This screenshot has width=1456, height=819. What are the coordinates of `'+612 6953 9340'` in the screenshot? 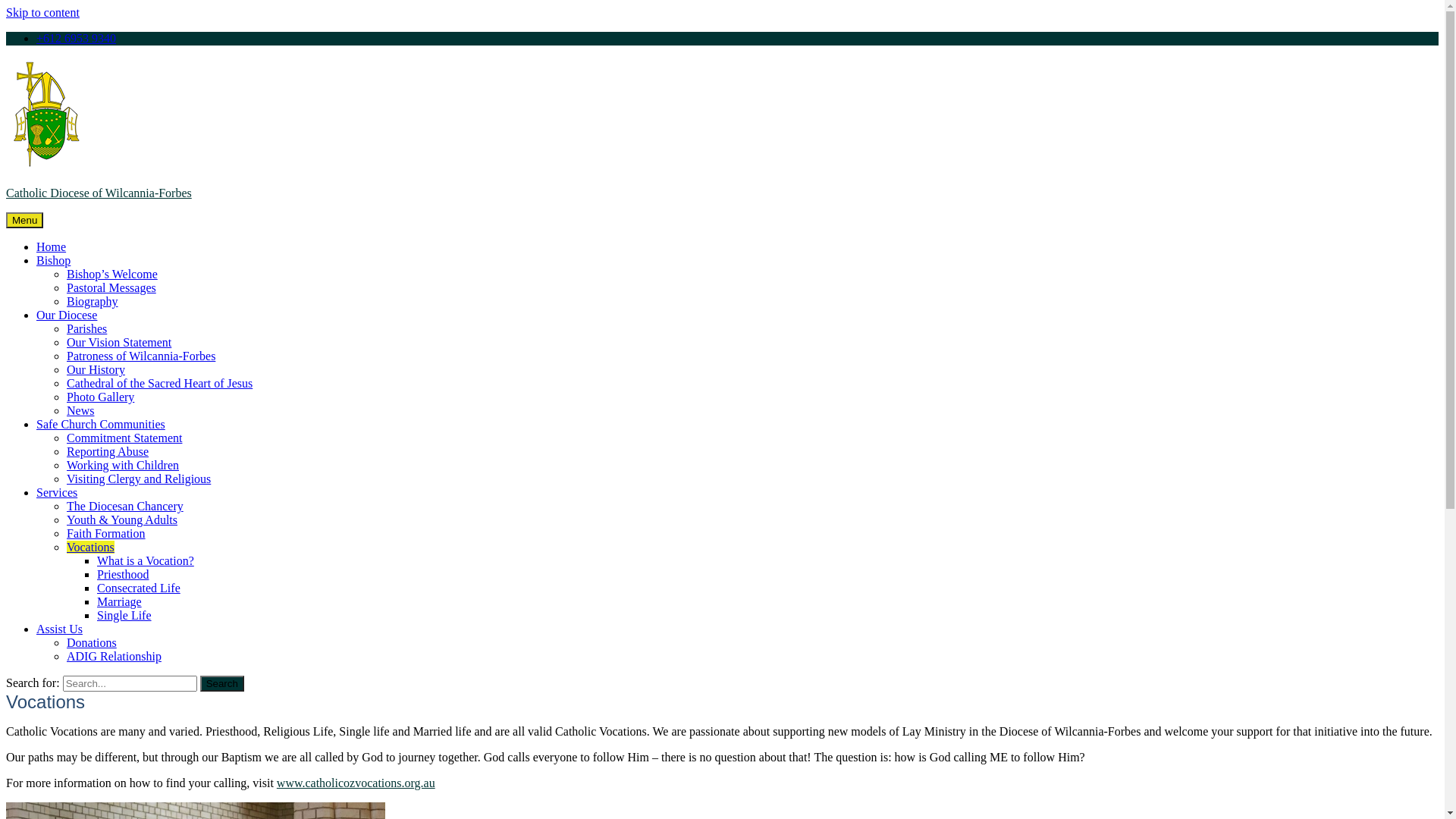 It's located at (75, 37).